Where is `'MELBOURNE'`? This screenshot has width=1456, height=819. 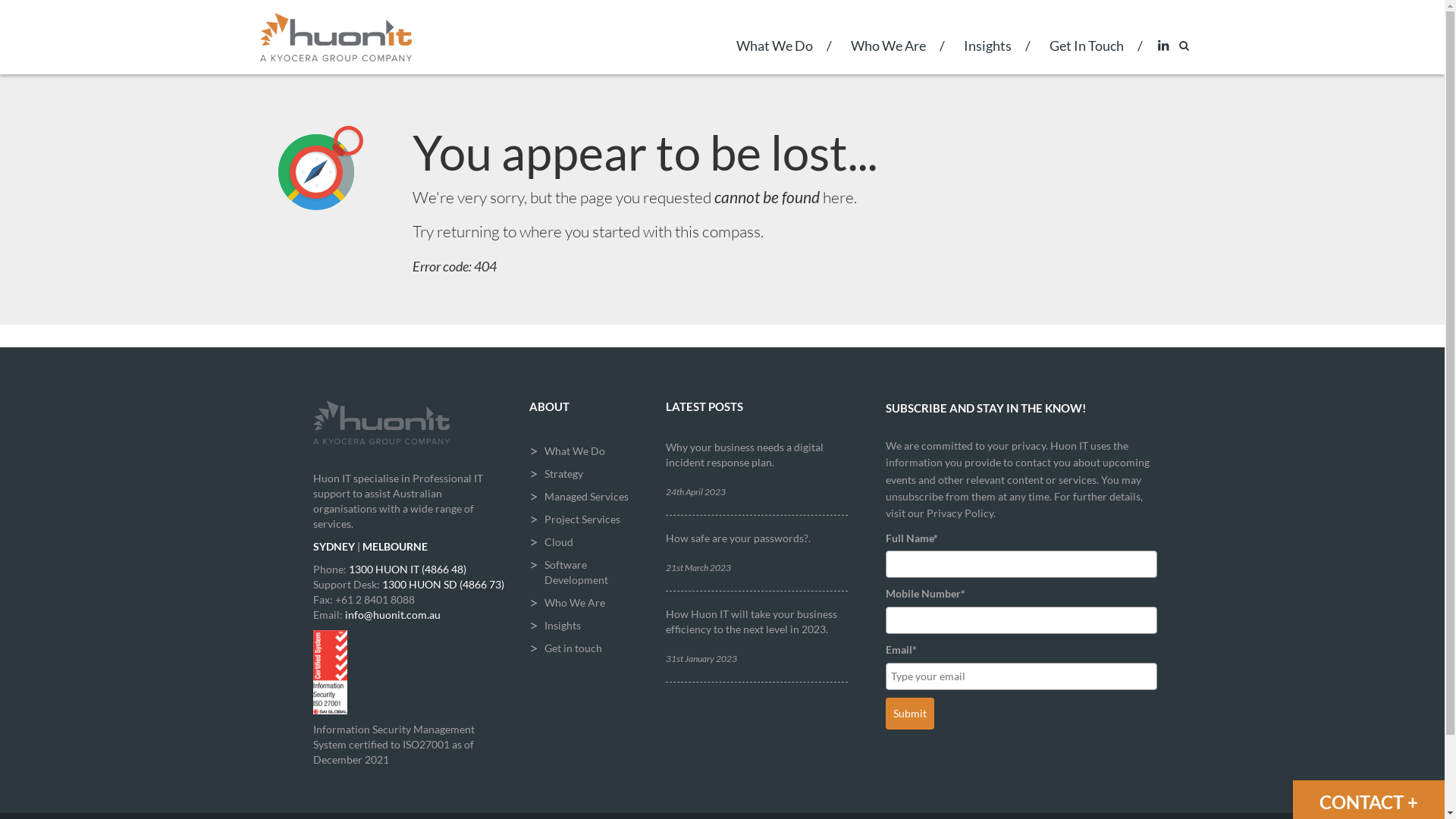
'MELBOURNE' is located at coordinates (395, 546).